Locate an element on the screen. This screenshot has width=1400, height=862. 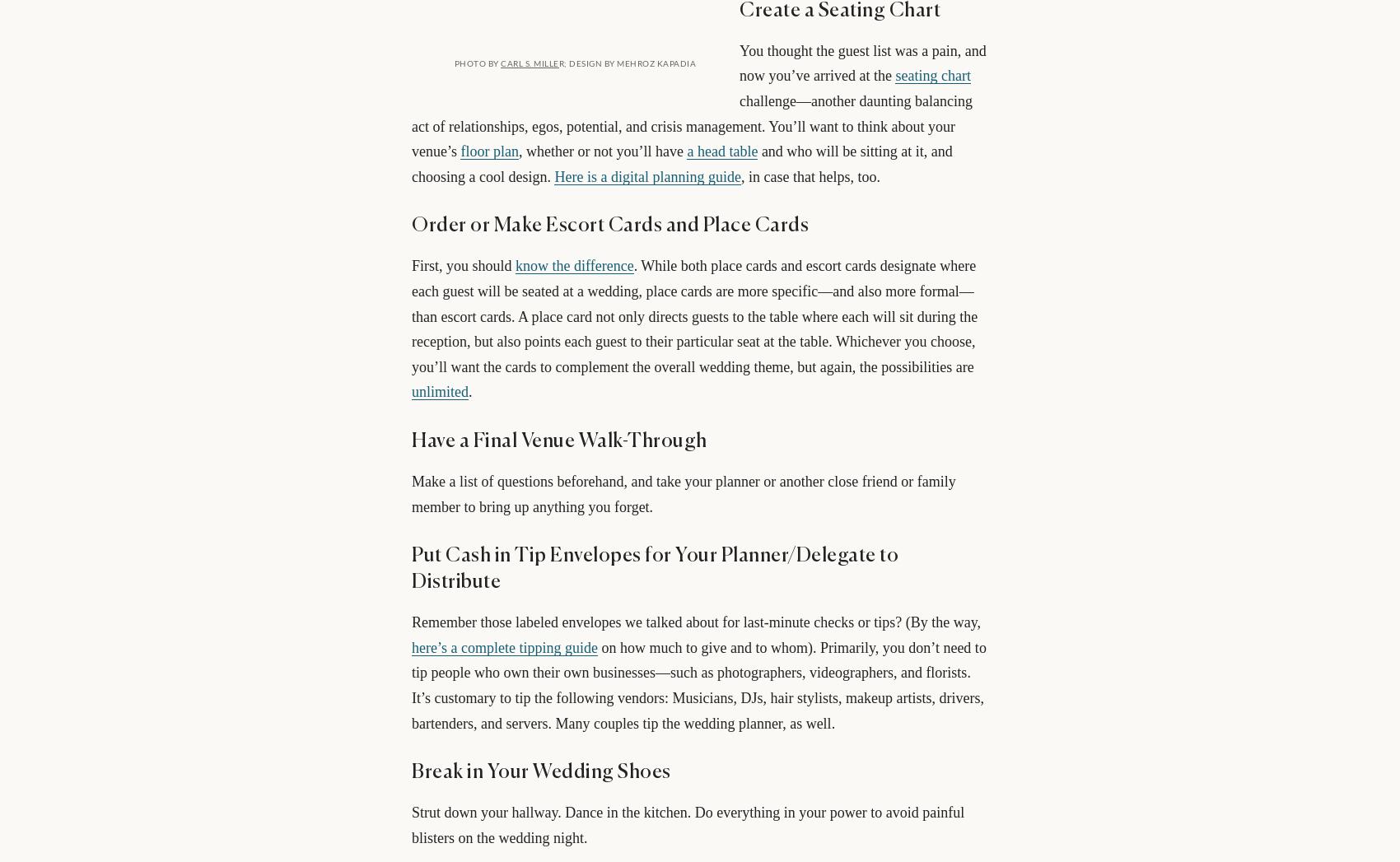
'First, you should' is located at coordinates (463, 264).